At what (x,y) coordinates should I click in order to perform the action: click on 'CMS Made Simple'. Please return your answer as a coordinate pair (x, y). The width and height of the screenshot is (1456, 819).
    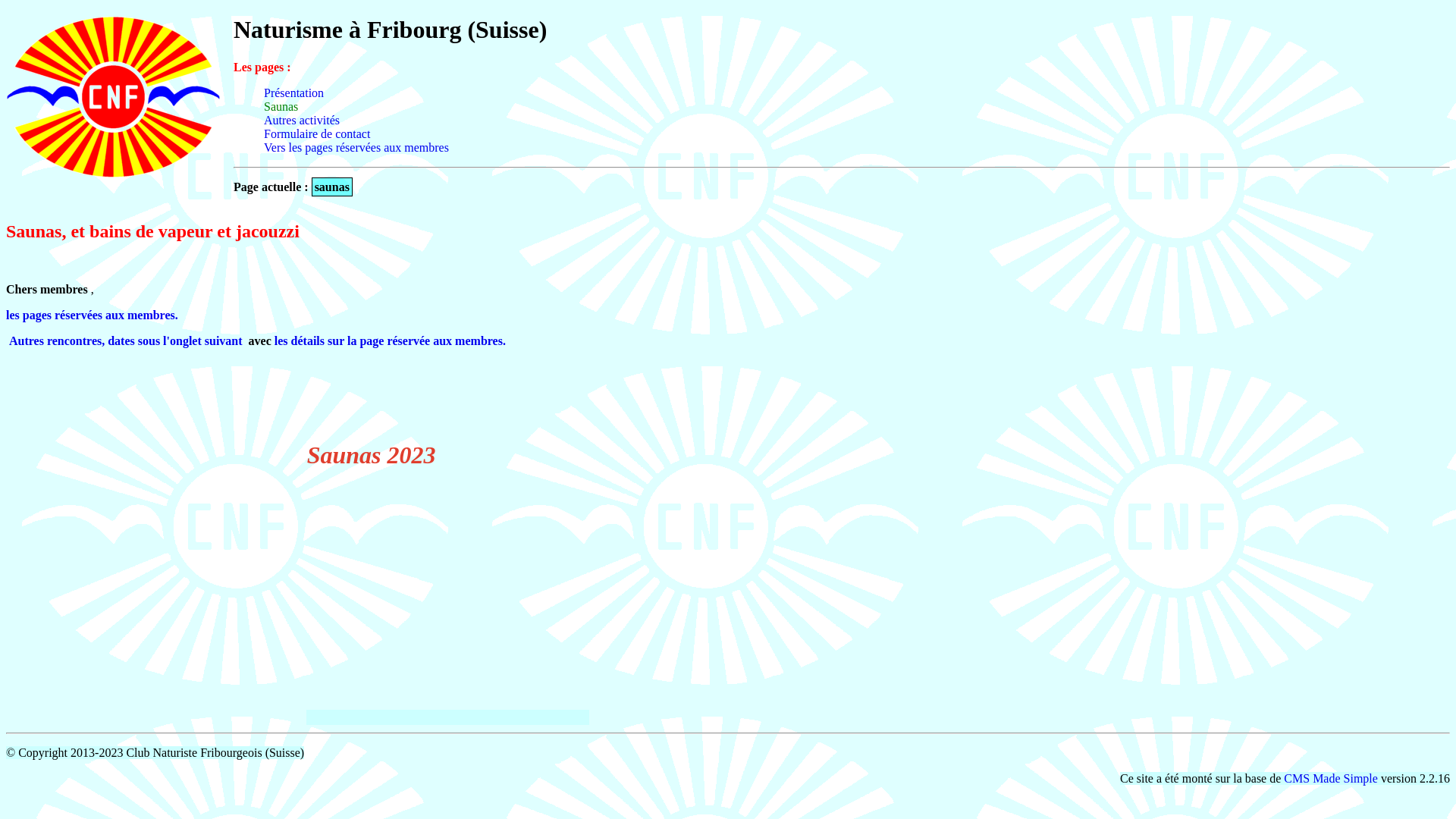
    Looking at the image, I should click on (1283, 778).